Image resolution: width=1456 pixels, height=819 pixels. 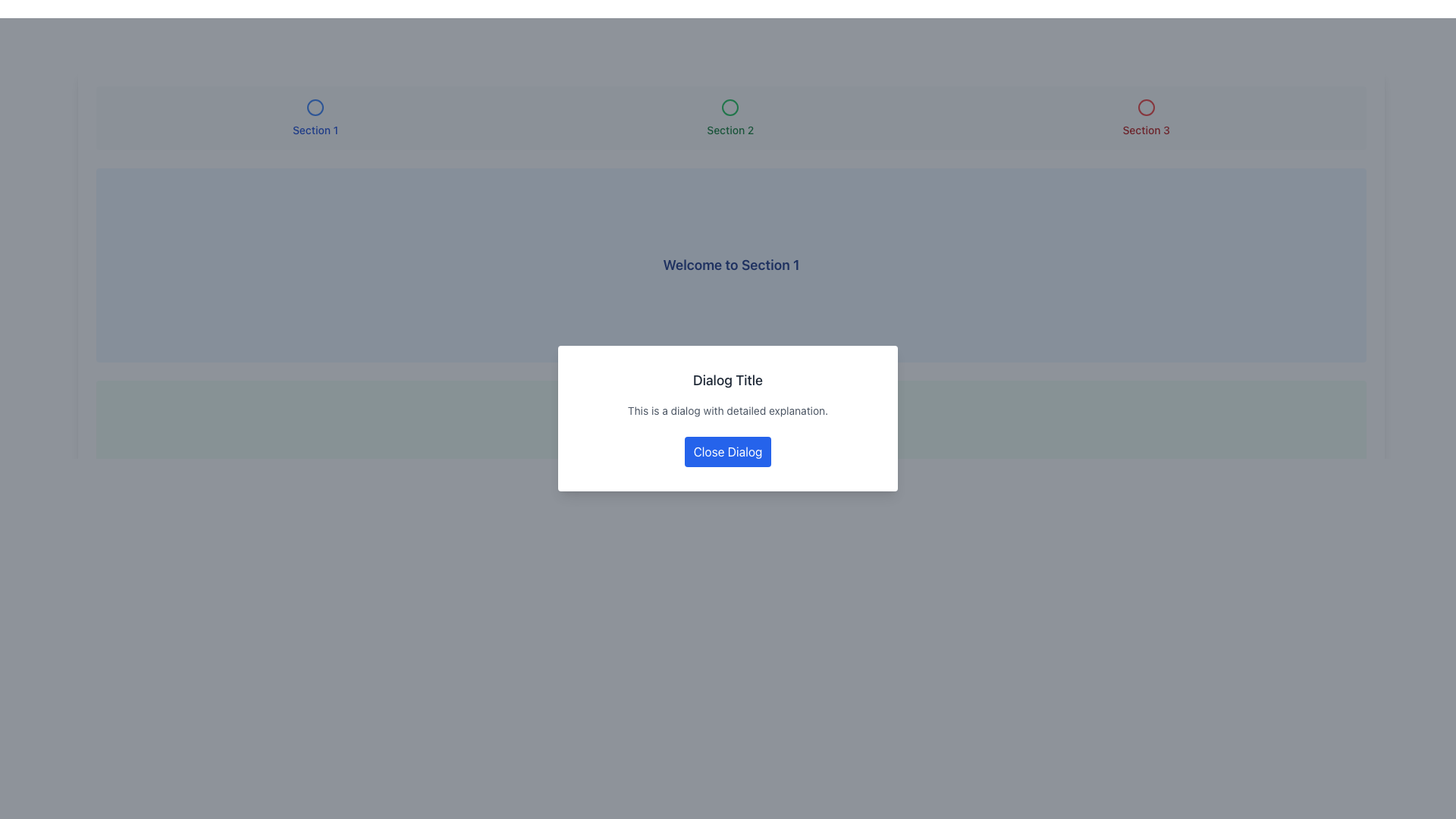 I want to click on the green circle icon located at the top center of the interface, above the text label 'Section 2', so click(x=730, y=107).